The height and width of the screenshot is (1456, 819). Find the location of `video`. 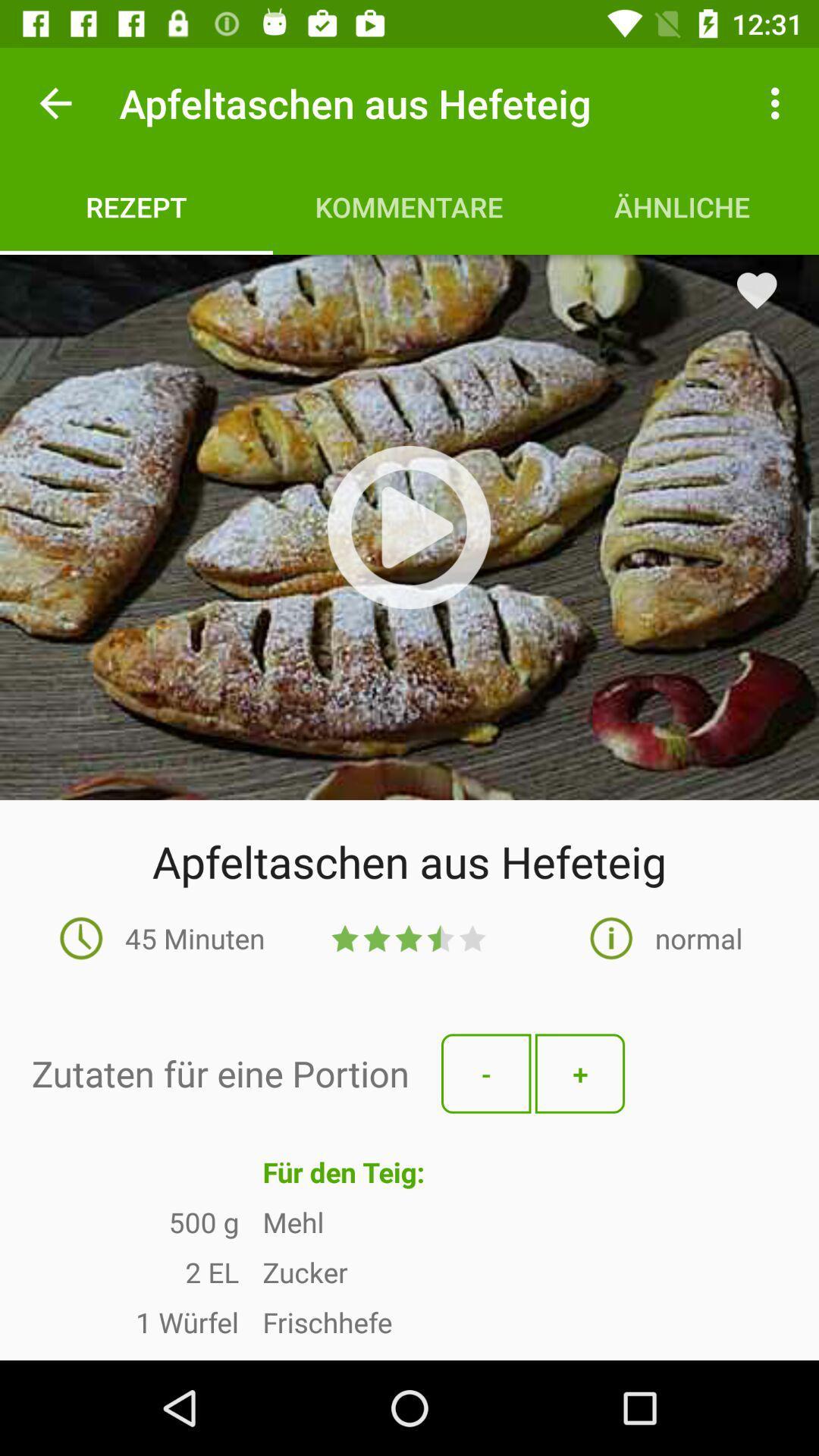

video is located at coordinates (408, 527).